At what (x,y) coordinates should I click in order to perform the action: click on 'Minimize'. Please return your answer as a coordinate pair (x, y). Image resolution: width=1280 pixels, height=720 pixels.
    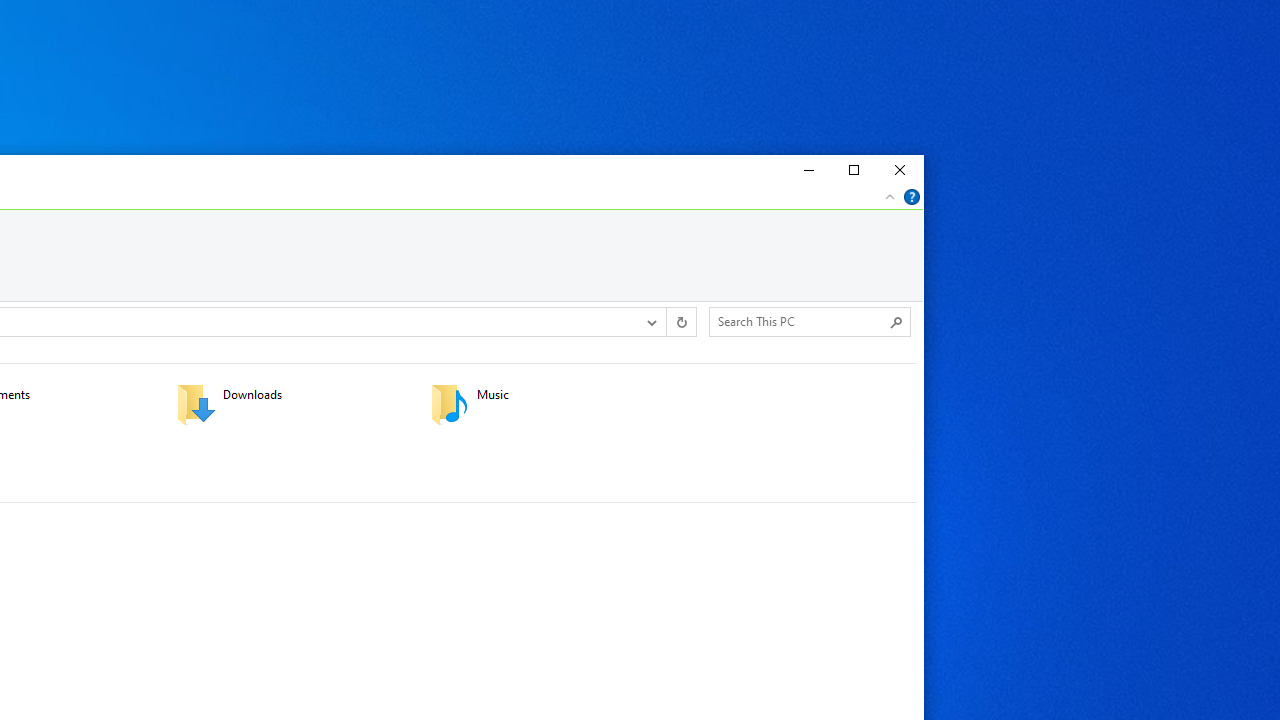
    Looking at the image, I should click on (807, 170).